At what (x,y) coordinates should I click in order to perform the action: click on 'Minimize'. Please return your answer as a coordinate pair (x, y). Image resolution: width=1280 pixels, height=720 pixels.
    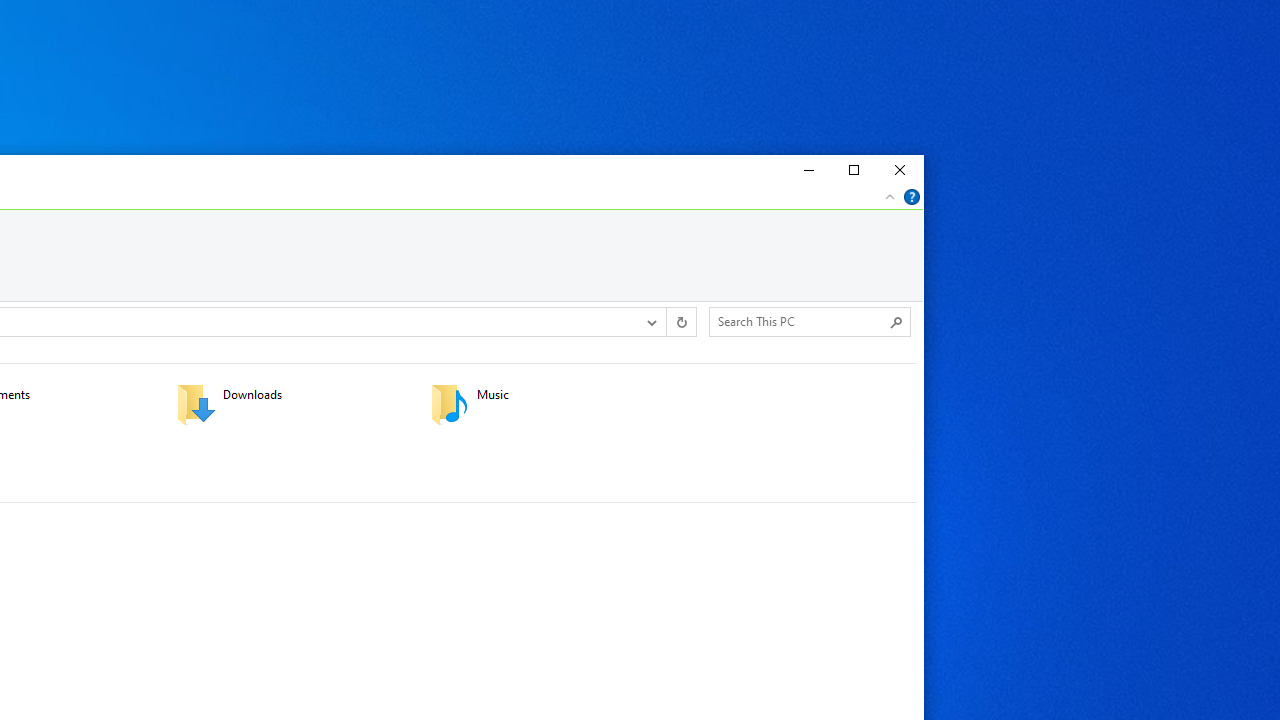
    Looking at the image, I should click on (807, 170).